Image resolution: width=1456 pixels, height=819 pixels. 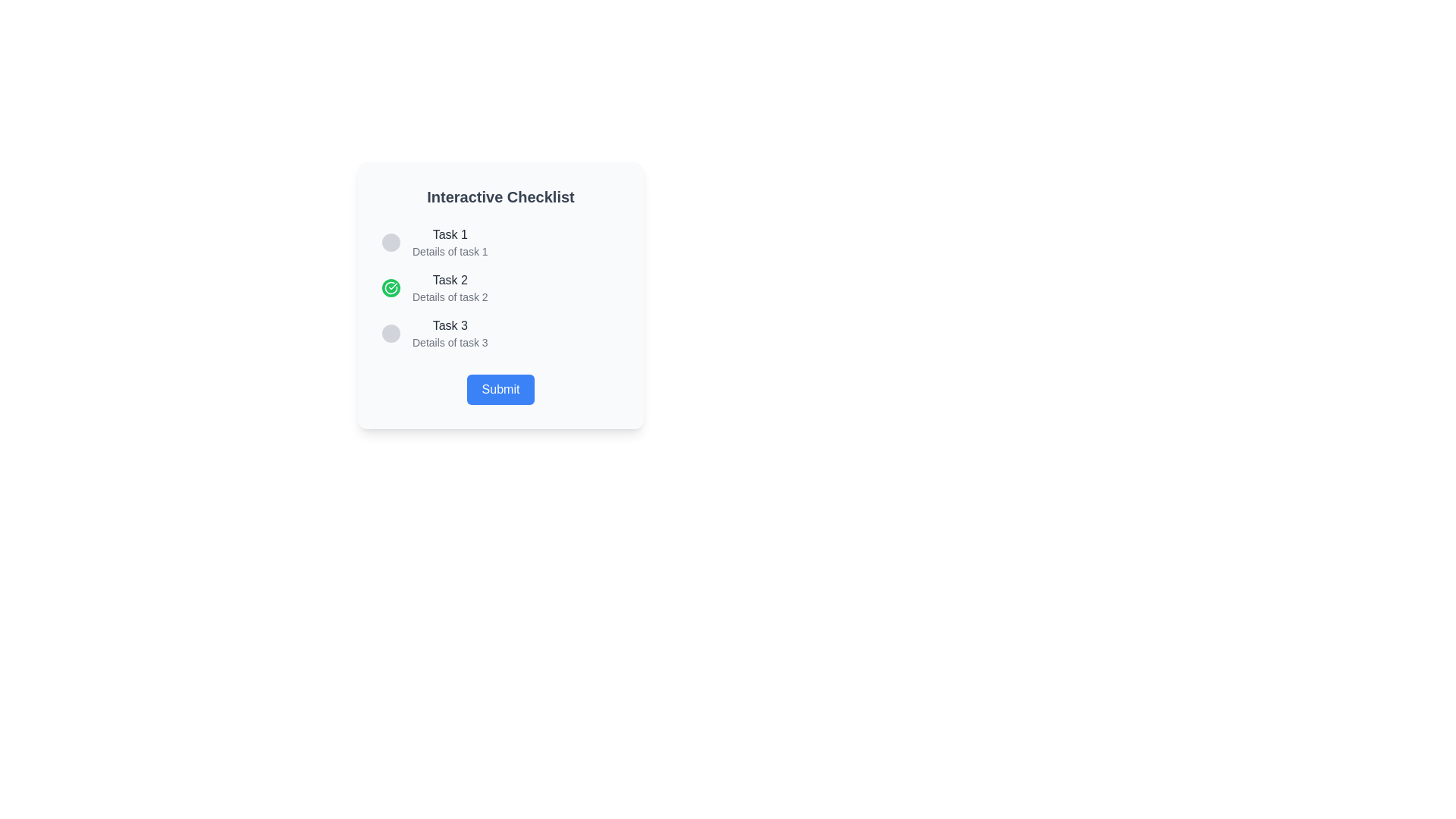 What do you see at coordinates (449, 234) in the screenshot?
I see `static text label displaying 'Task 1', which serves as the title for the first task in the checklist` at bounding box center [449, 234].